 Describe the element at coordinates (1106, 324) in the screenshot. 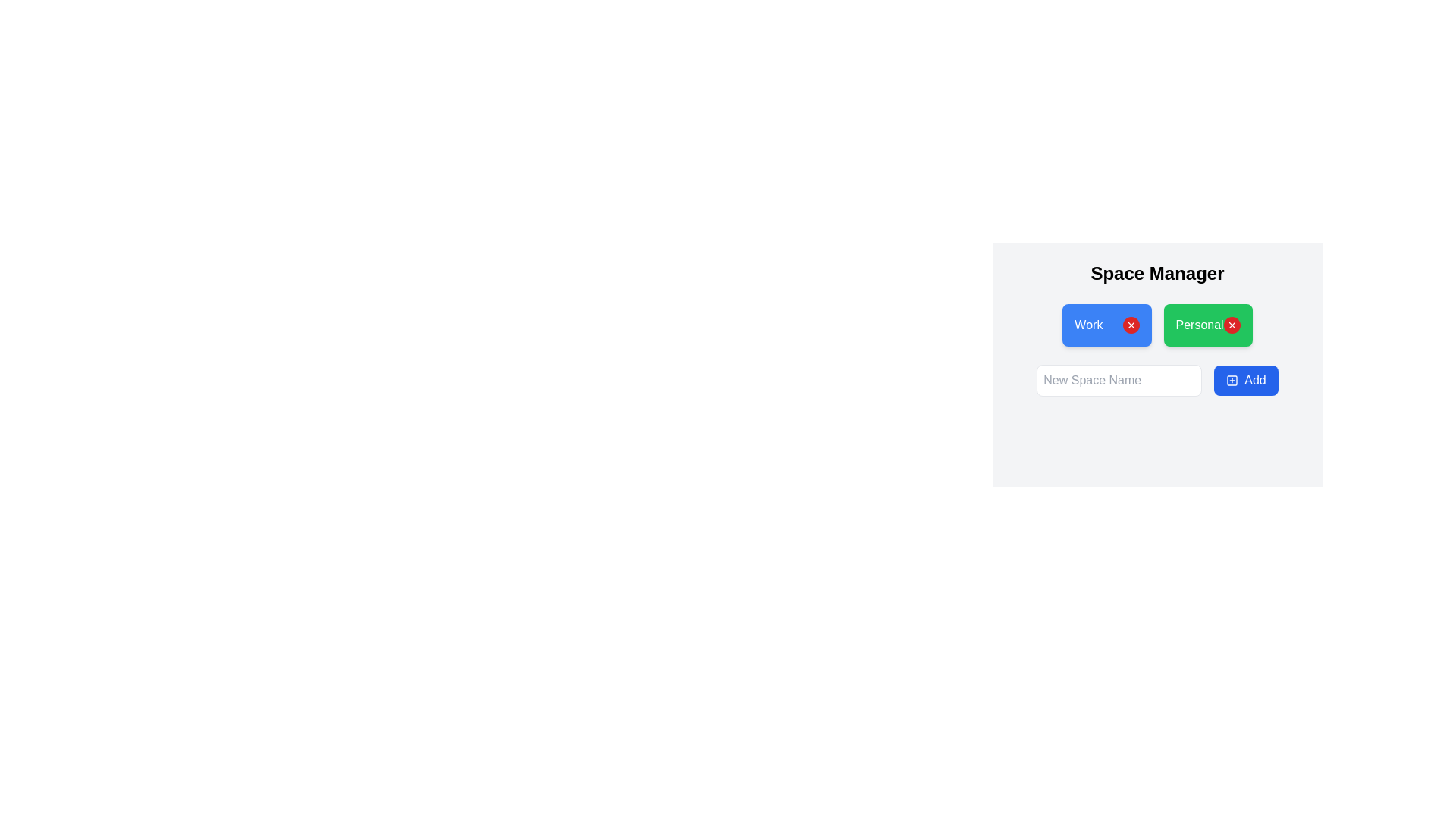

I see `the rectangular blue button labeled 'Work' with a white text and a red circular icon containing a white 'x' symbol on its right side` at that location.